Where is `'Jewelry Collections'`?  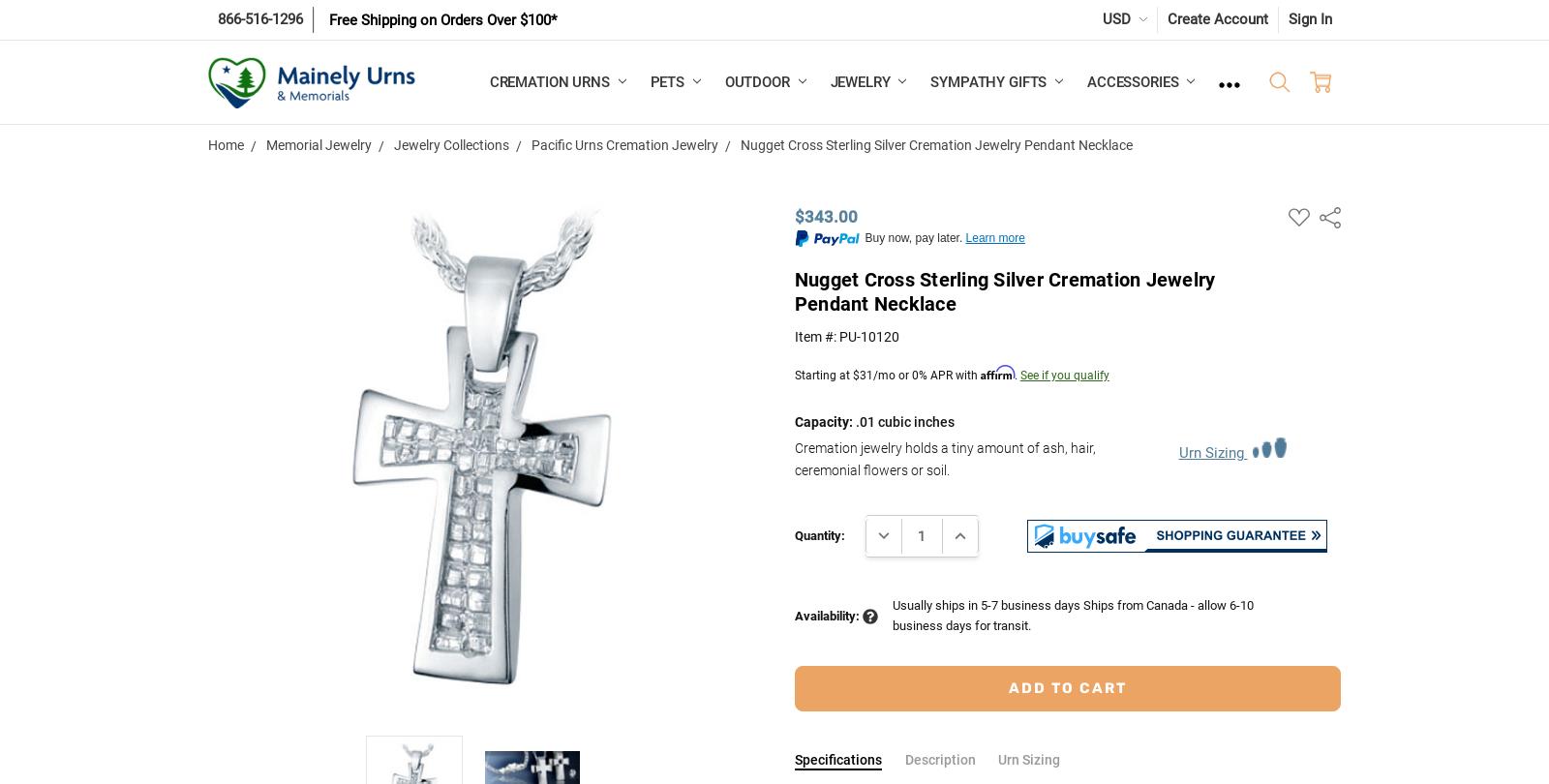 'Jewelry Collections' is located at coordinates (449, 144).